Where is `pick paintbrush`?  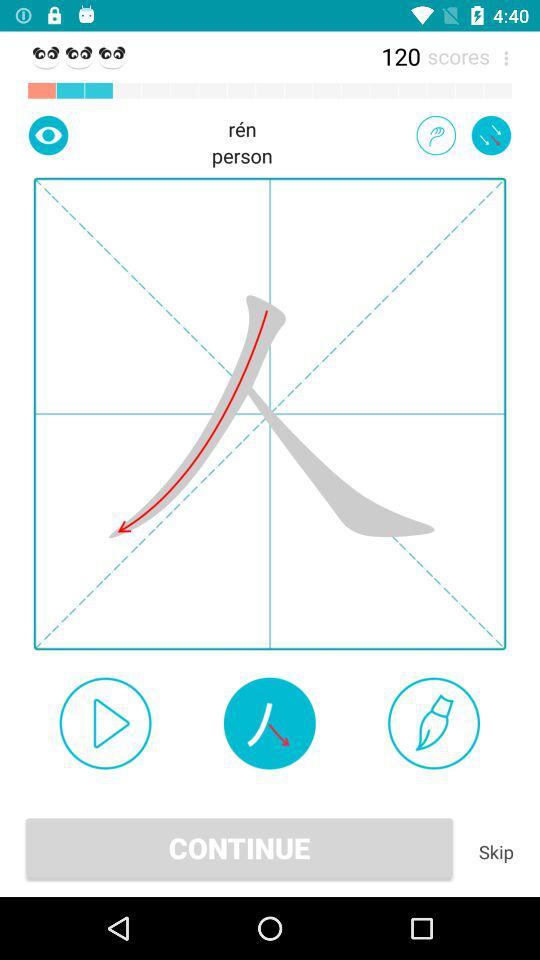
pick paintbrush is located at coordinates (433, 722).